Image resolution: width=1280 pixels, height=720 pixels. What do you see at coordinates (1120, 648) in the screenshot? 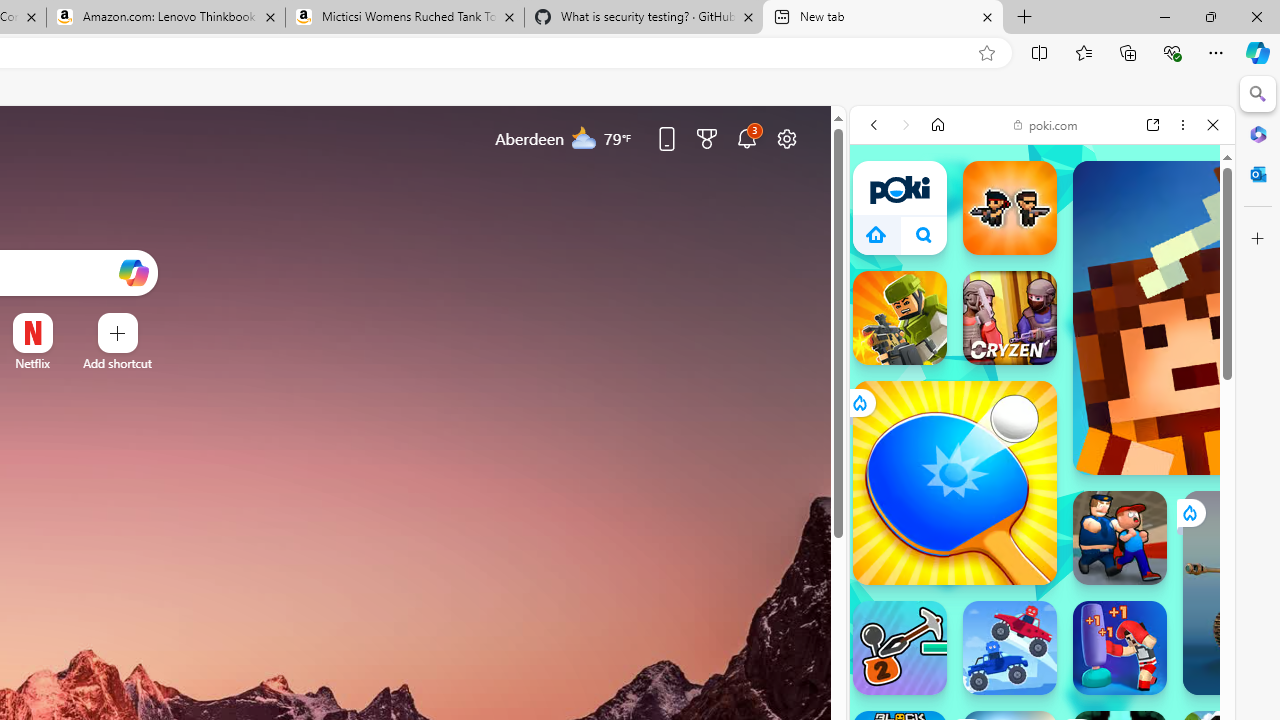
I see `'Punch Legend Simulator'` at bounding box center [1120, 648].